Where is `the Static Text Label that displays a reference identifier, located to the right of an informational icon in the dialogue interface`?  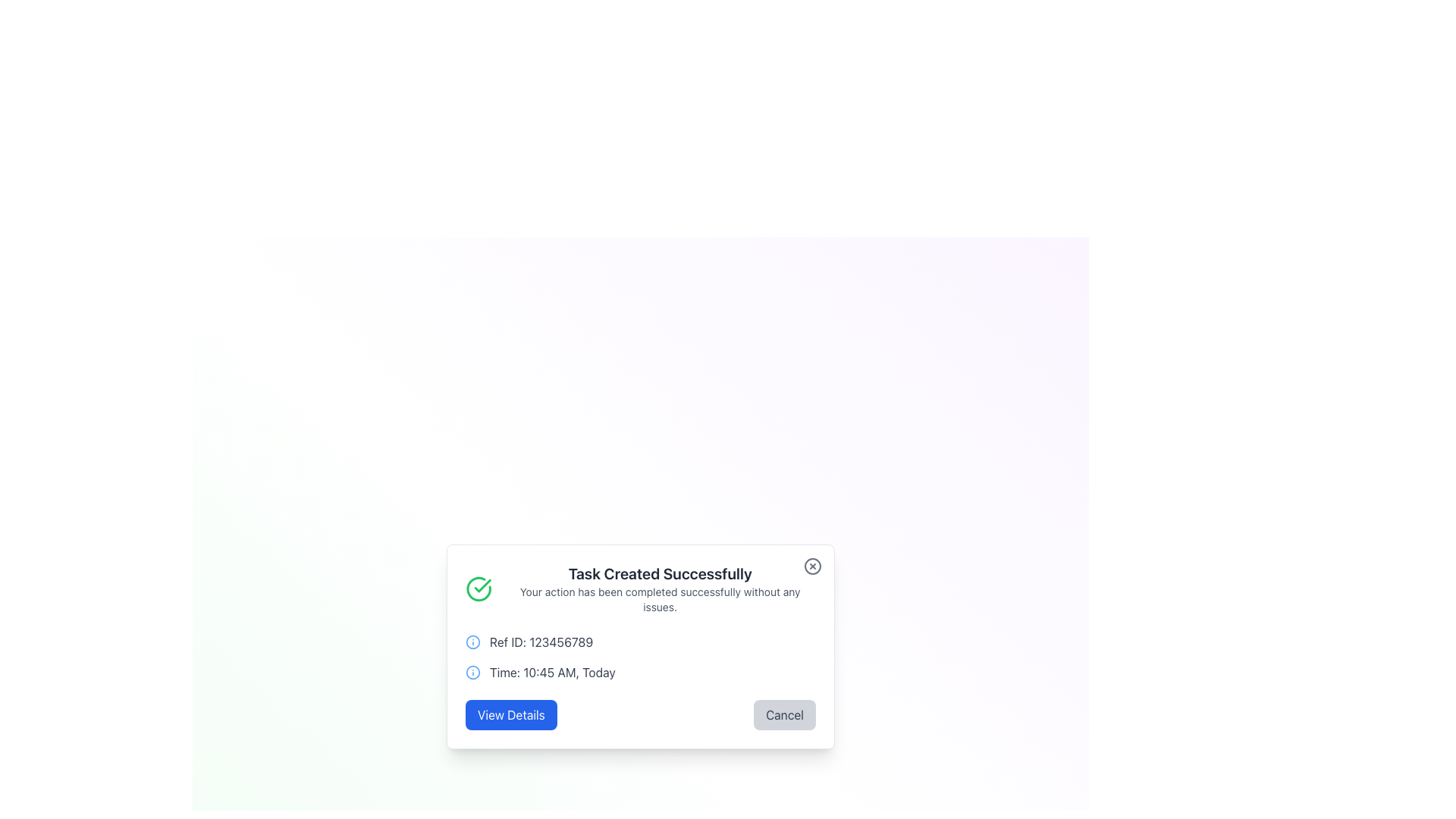 the Static Text Label that displays a reference identifier, located to the right of an informational icon in the dialogue interface is located at coordinates (541, 642).